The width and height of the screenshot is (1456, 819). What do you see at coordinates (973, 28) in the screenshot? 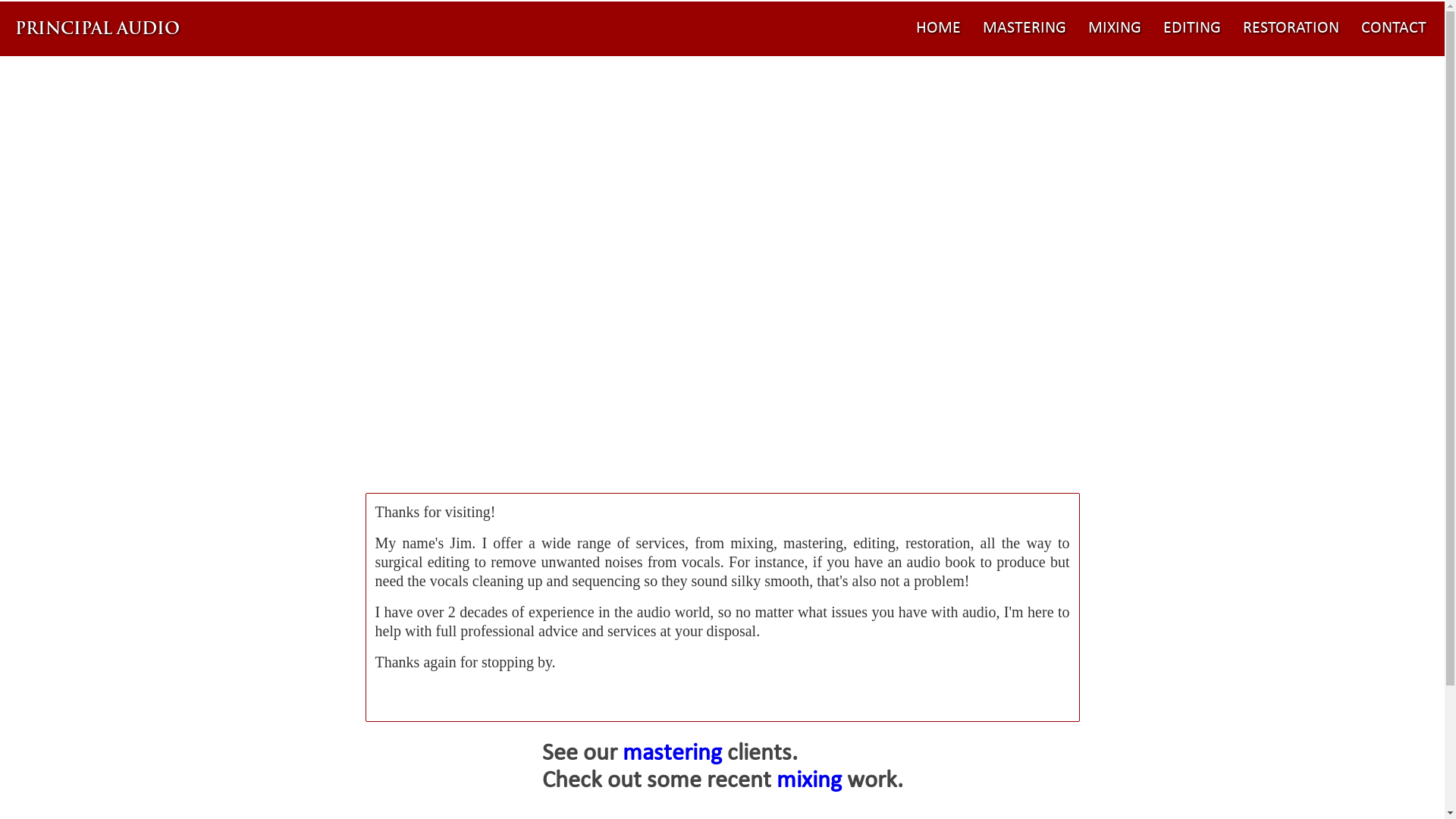
I see `'MASTERING'` at bounding box center [973, 28].